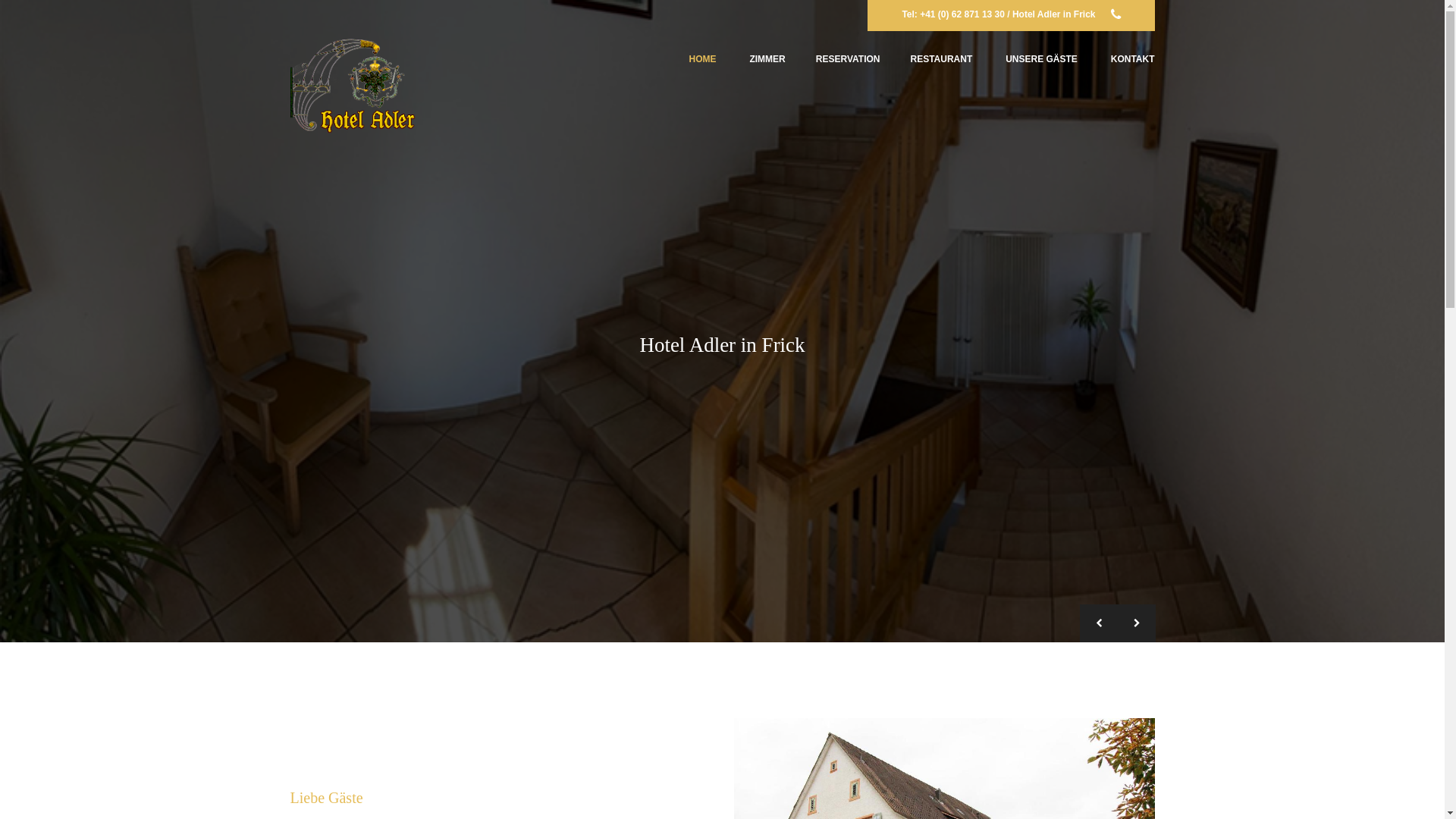 The height and width of the screenshot is (819, 1456). Describe the element at coordinates (940, 58) in the screenshot. I see `'RESTAURANT'` at that location.